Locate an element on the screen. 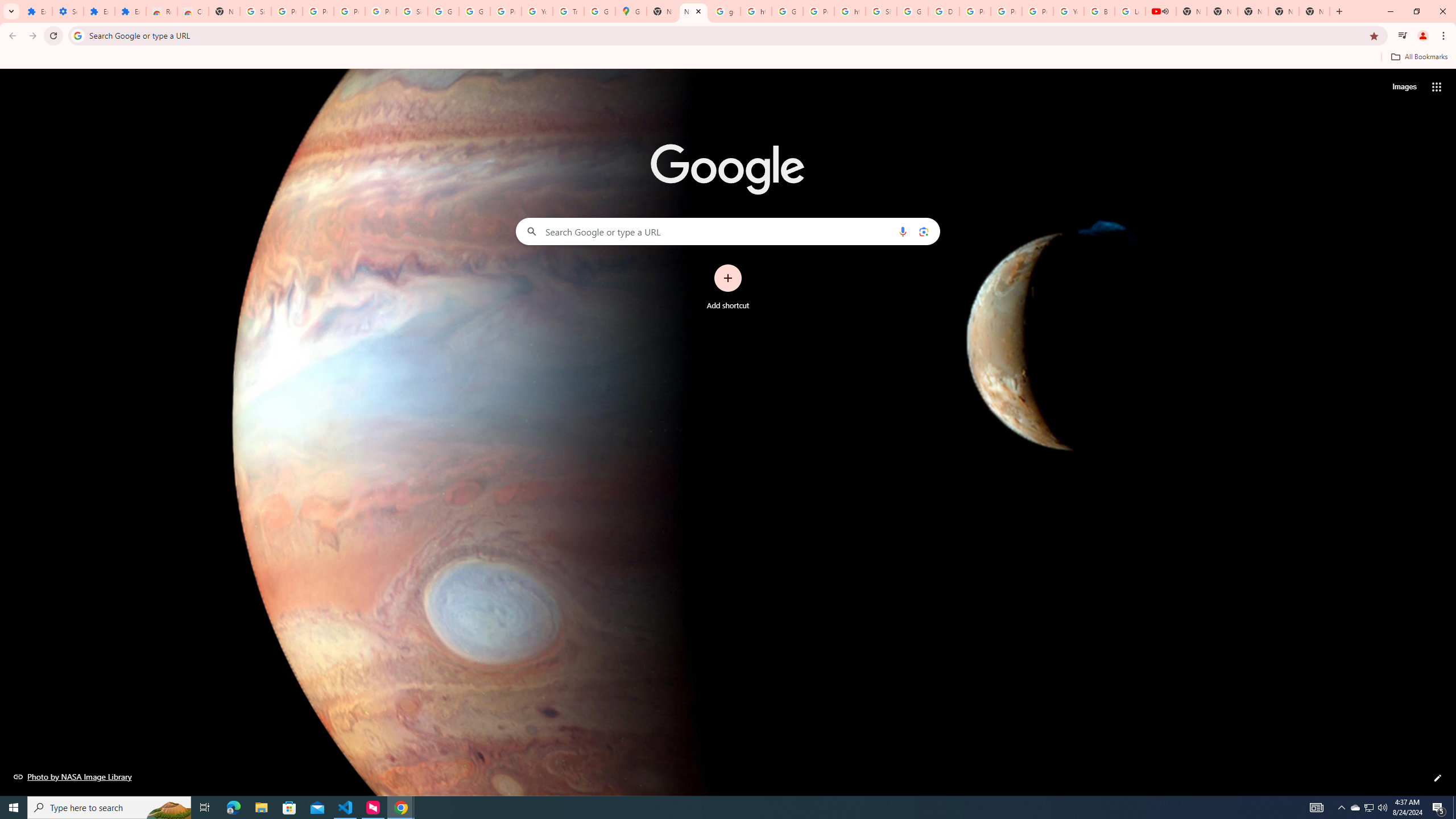  'Extensions' is located at coordinates (130, 11).